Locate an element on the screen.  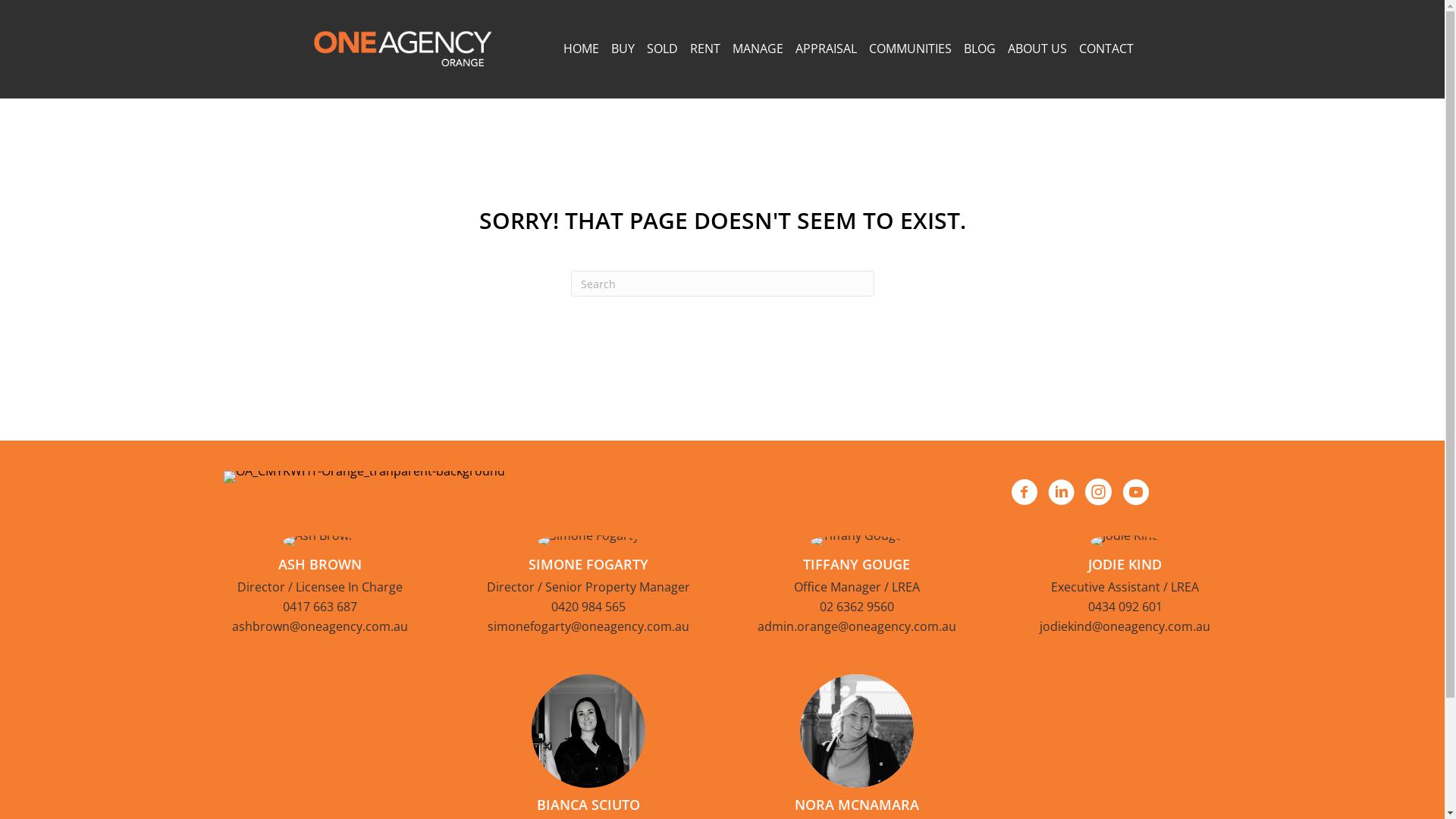
'RENT' is located at coordinates (704, 48).